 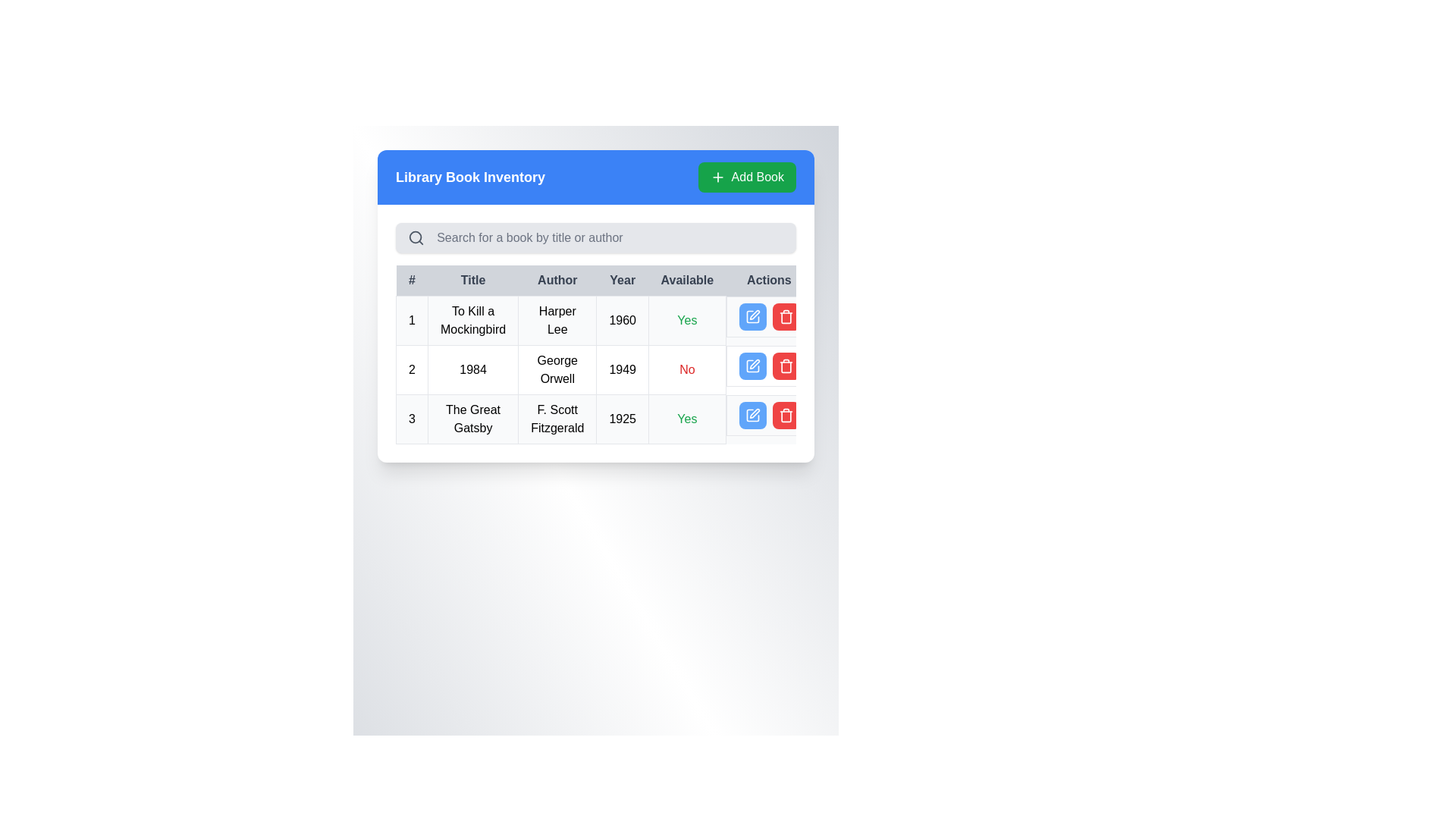 I want to click on the pen icon in the 'Actions' column of the second row in the table to initiate editing for the corresponding row, so click(x=755, y=363).